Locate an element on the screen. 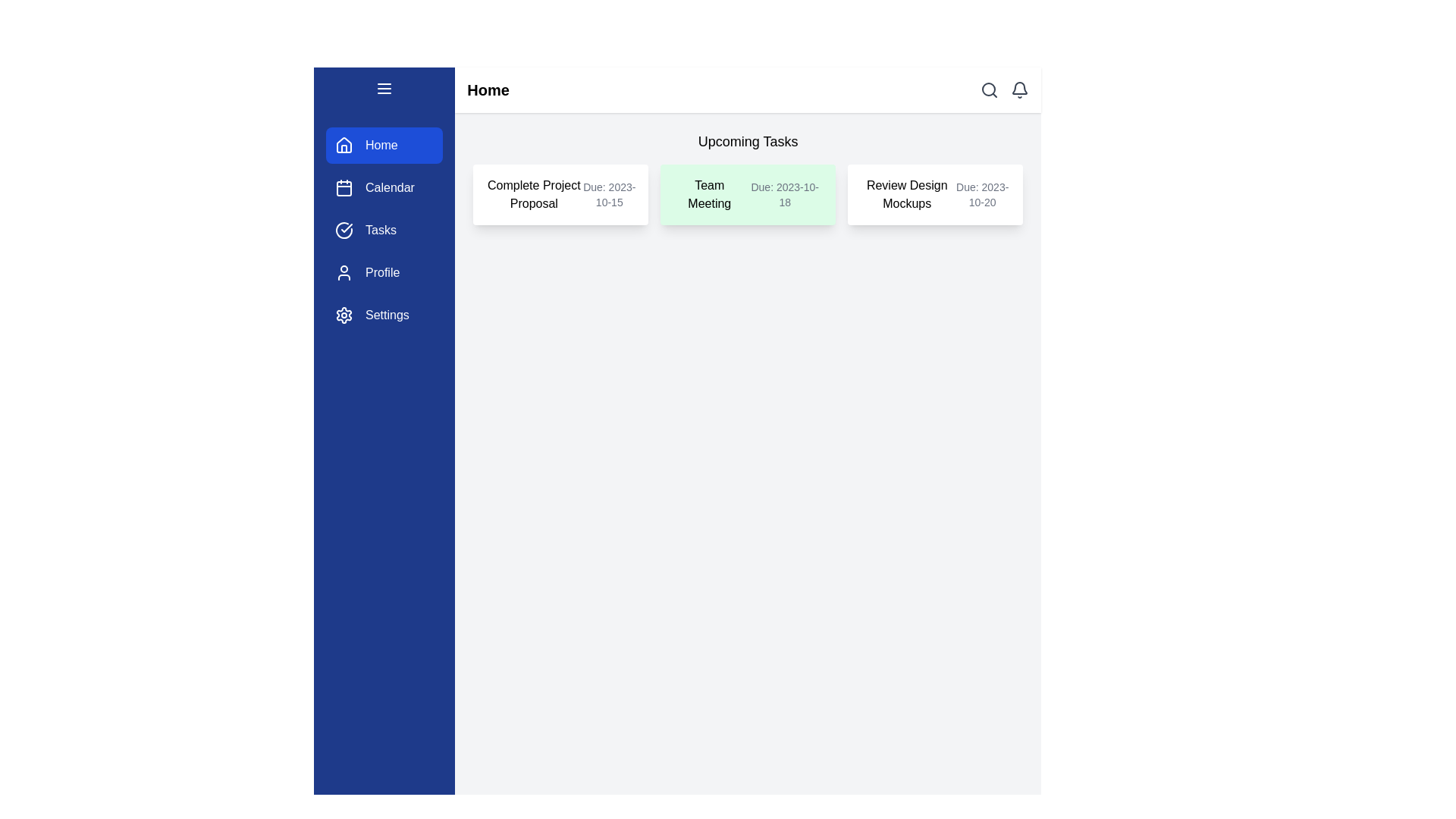  the 'Profile' menu icon located in the side navigation bar, positioned below the 'Tasks' menu option and above the 'Settings' menu option is located at coordinates (344, 271).